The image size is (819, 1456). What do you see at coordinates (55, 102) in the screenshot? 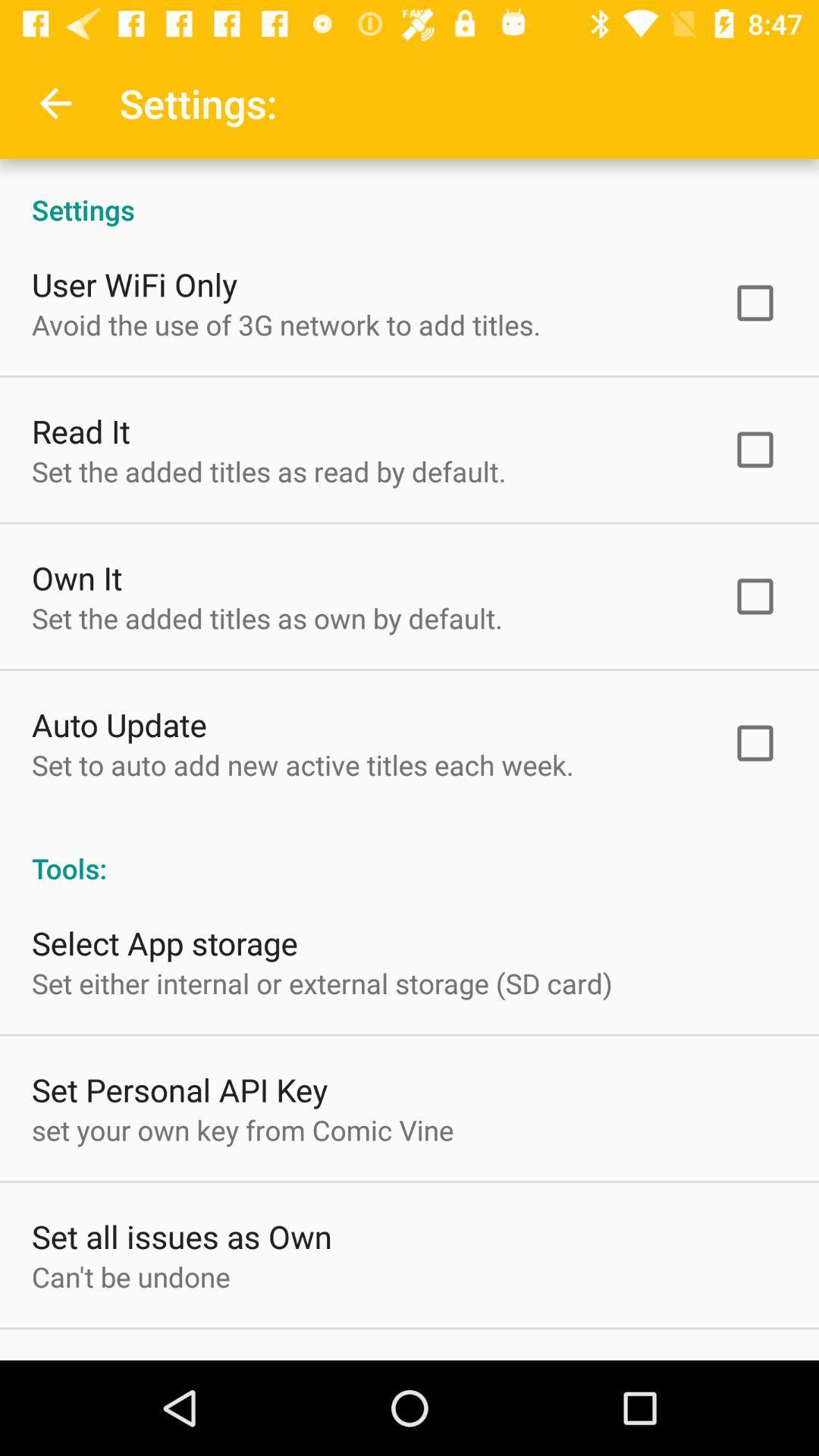
I see `item next to settings: icon` at bounding box center [55, 102].